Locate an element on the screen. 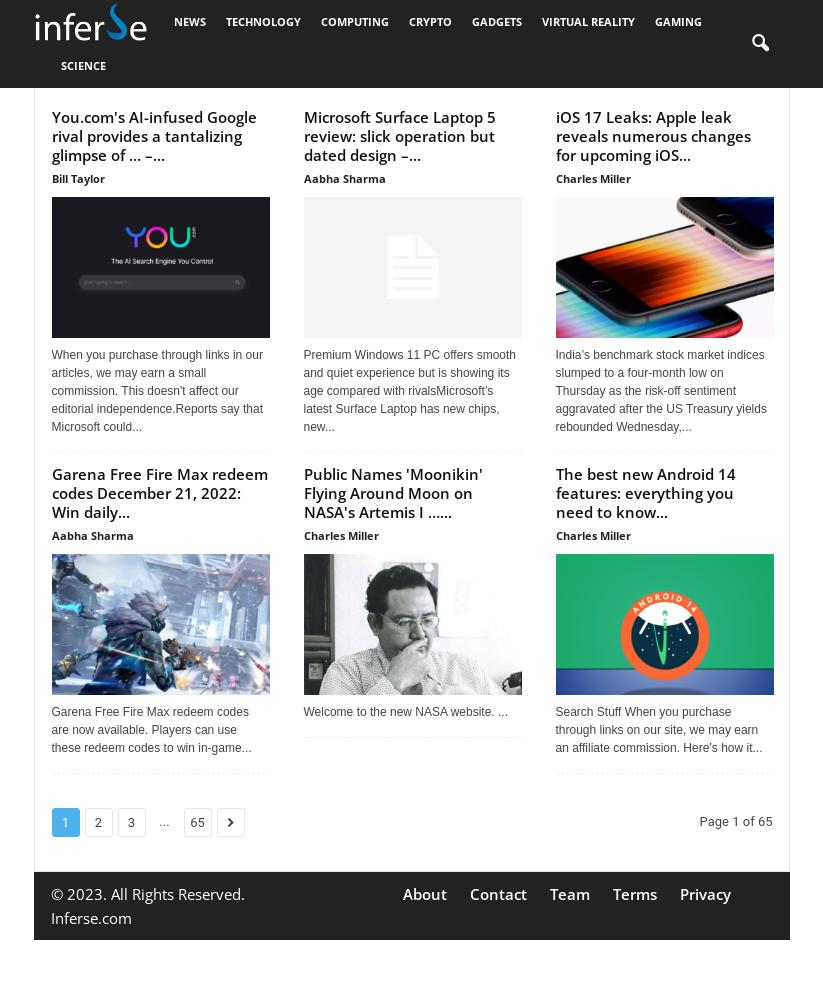 This screenshot has height=1000, width=823. 'About' is located at coordinates (424, 894).